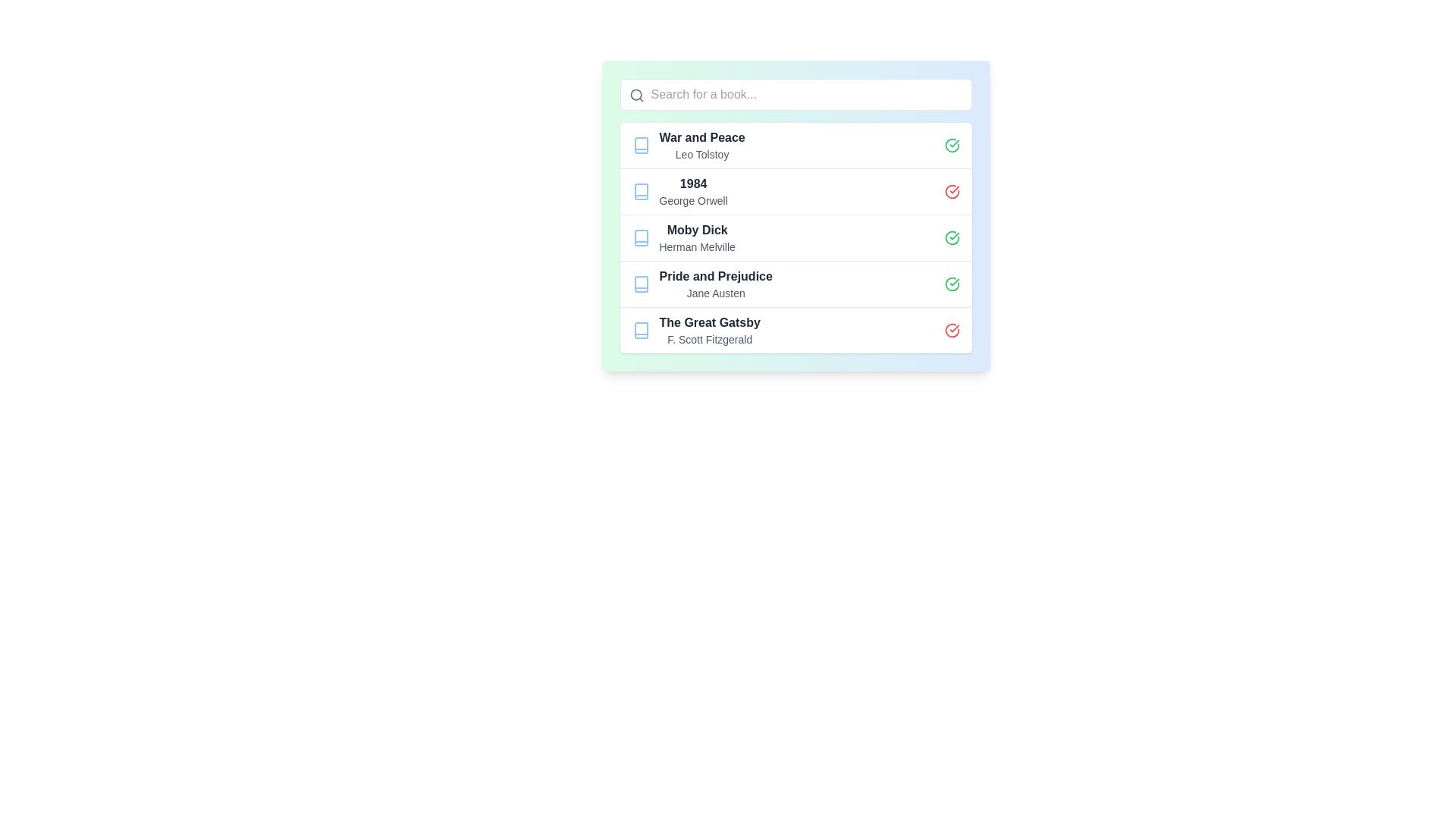 The width and height of the screenshot is (1456, 819). I want to click on the list entry for 'Moby Dick', so click(795, 237).